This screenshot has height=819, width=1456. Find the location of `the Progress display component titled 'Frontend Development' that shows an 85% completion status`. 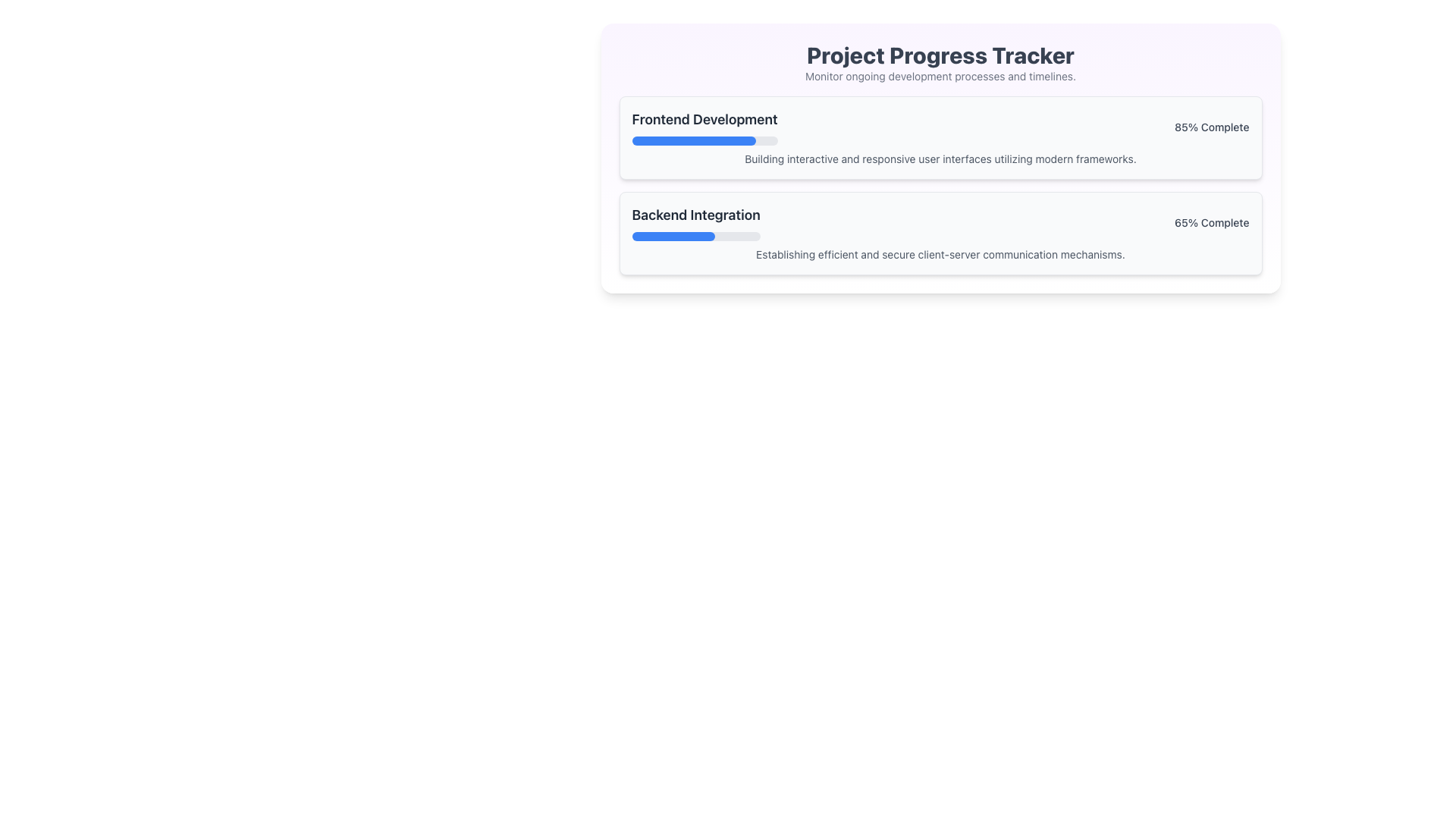

the Progress display component titled 'Frontend Development' that shows an 85% completion status is located at coordinates (940, 127).